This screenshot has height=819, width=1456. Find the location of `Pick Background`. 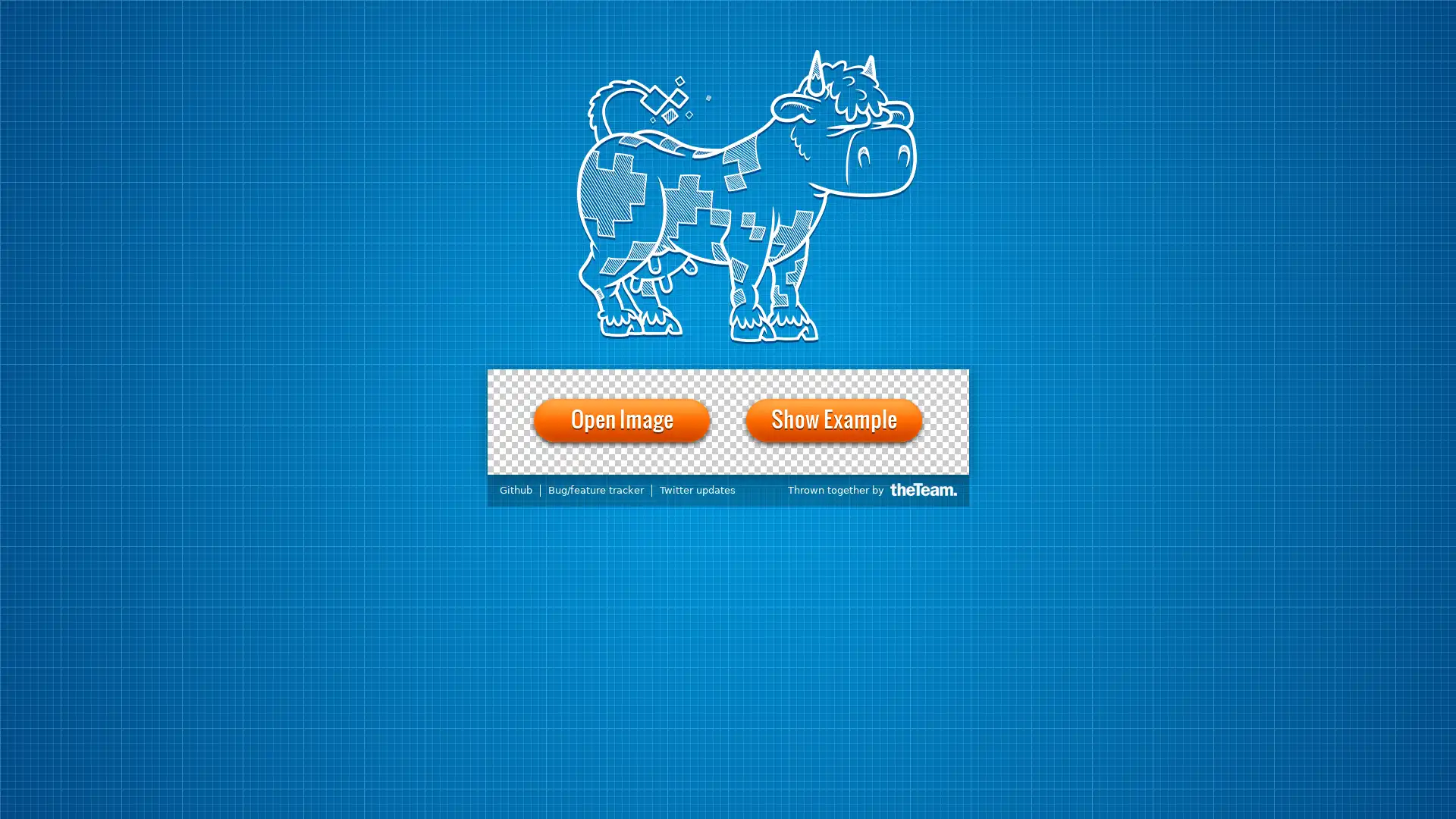

Pick Background is located at coordinates (720, 378).